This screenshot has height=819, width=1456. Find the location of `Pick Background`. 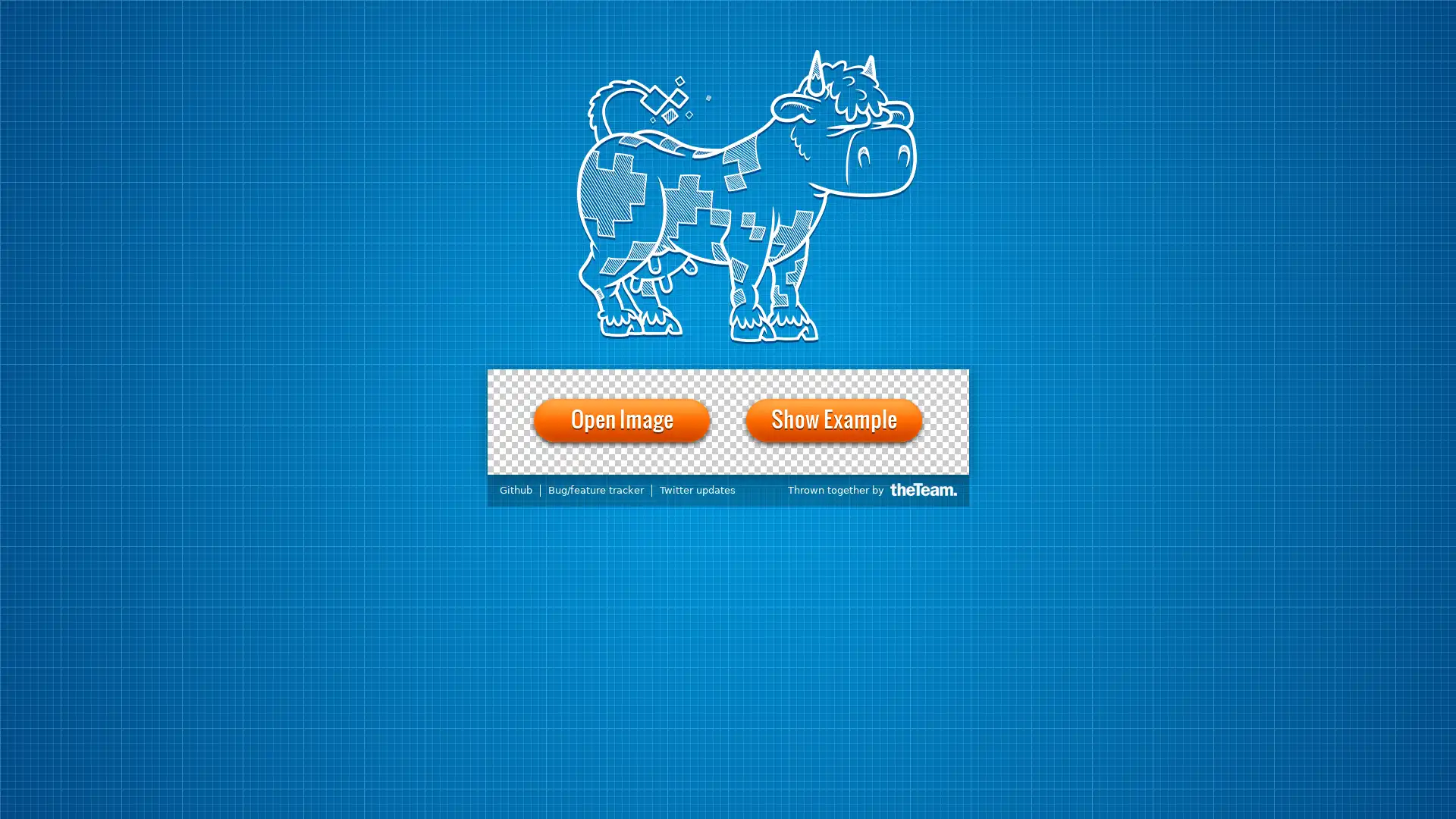

Pick Background is located at coordinates (720, 378).